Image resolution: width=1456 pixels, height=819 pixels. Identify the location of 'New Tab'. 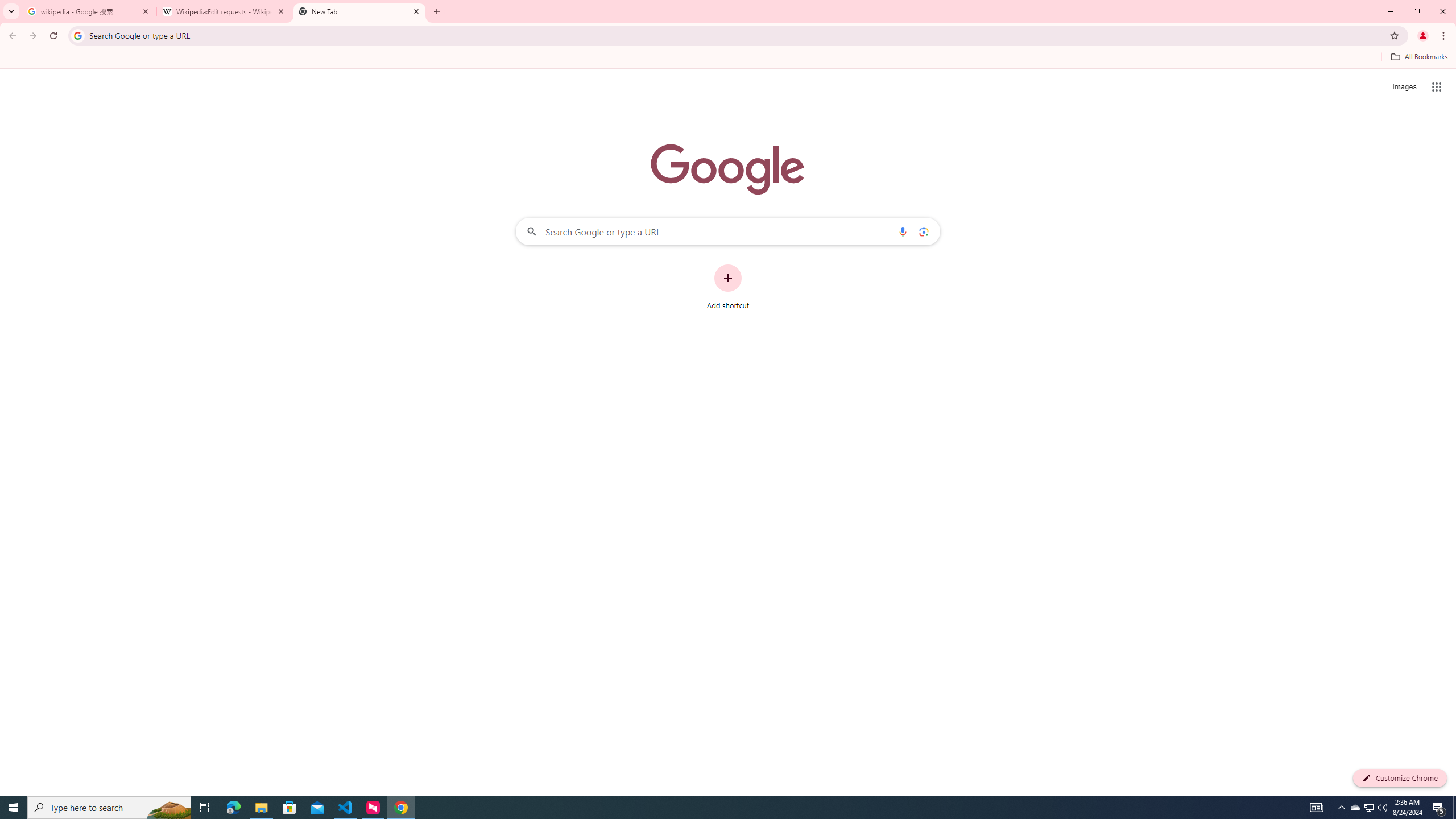
(359, 11).